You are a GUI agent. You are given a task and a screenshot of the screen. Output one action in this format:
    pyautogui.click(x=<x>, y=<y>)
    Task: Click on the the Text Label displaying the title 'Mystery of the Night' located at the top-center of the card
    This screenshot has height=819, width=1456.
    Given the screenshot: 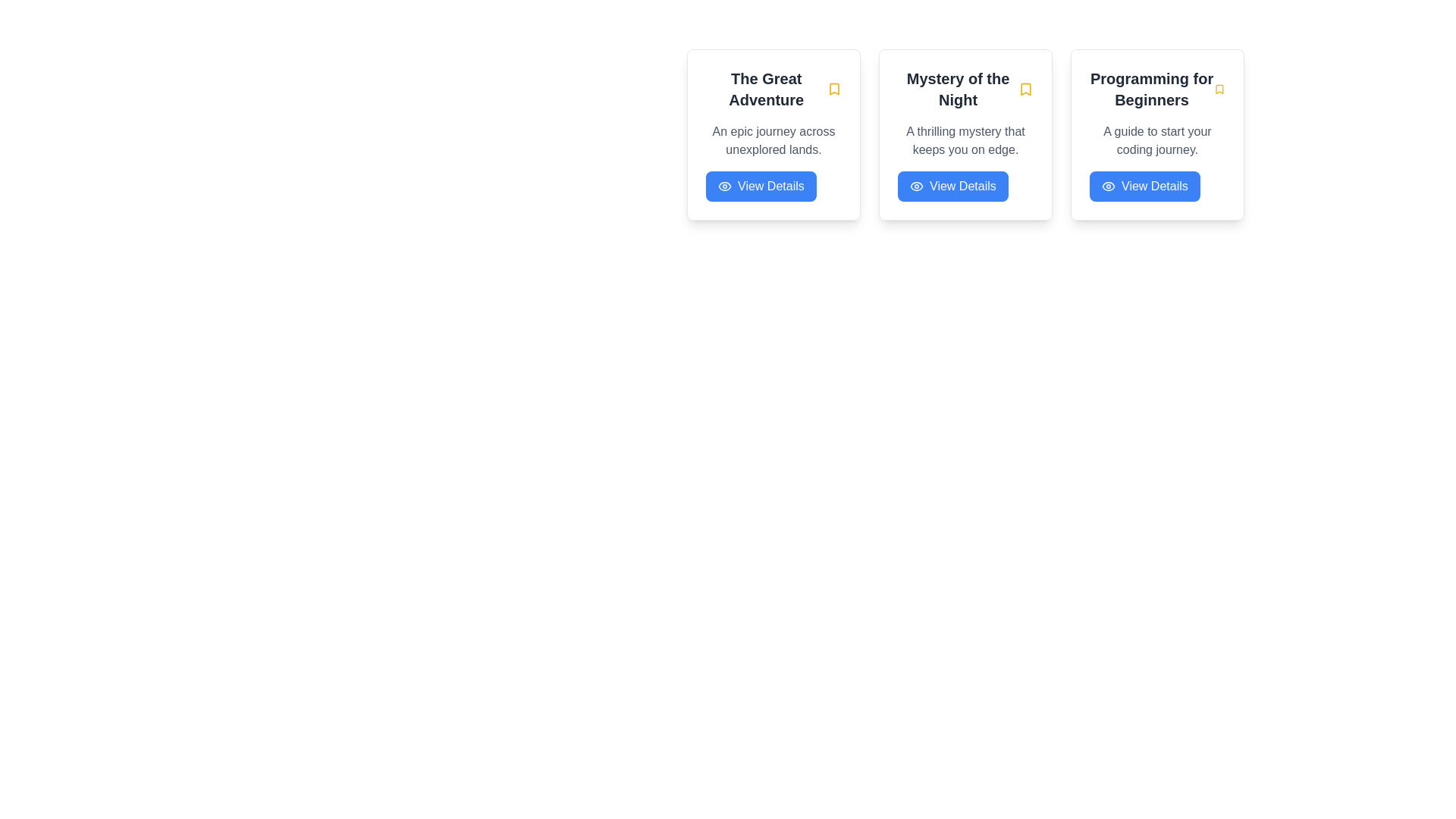 What is the action you would take?
    pyautogui.click(x=957, y=89)
    